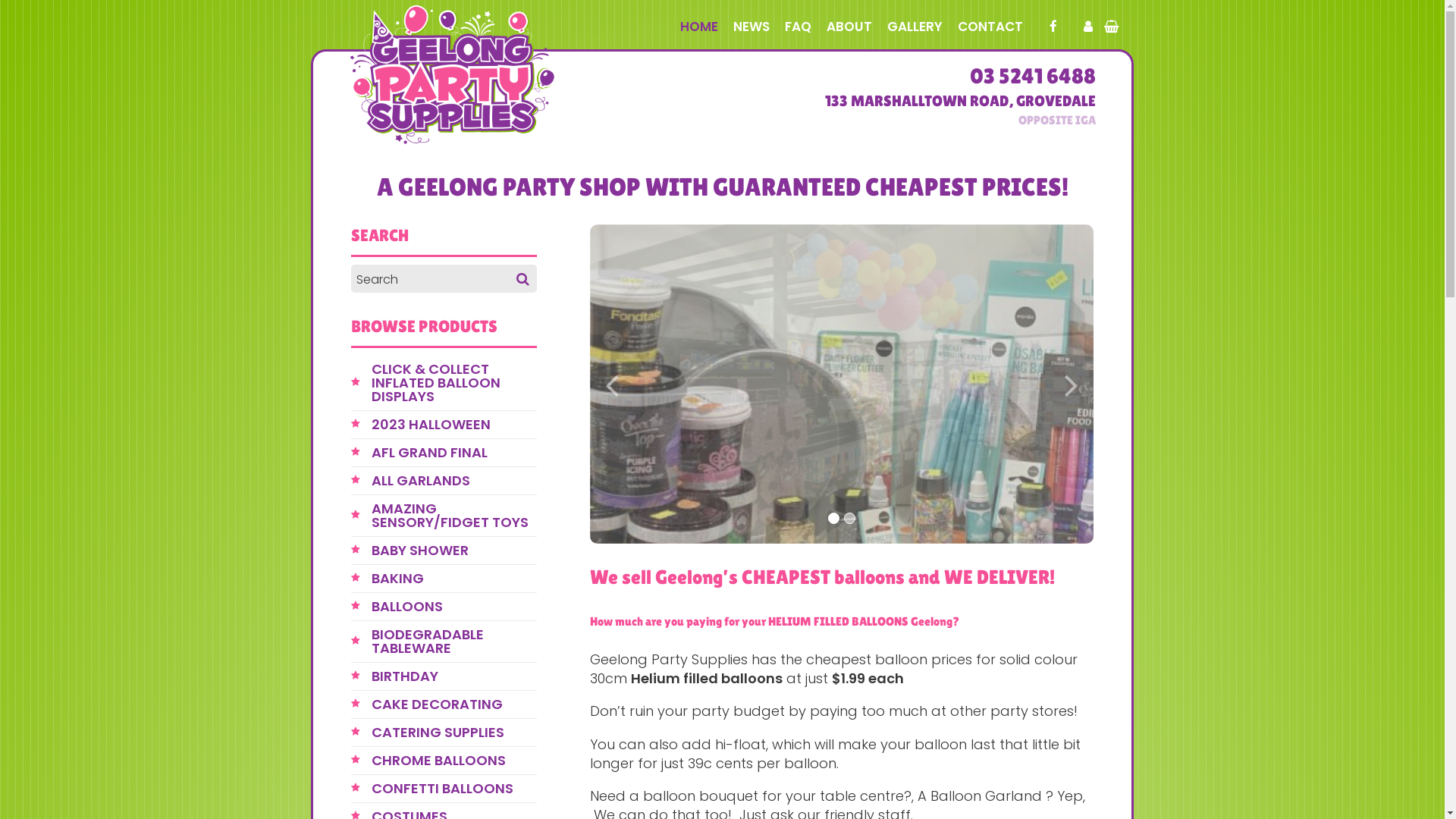 The width and height of the screenshot is (1456, 819). What do you see at coordinates (443, 278) in the screenshot?
I see `'Search for:'` at bounding box center [443, 278].